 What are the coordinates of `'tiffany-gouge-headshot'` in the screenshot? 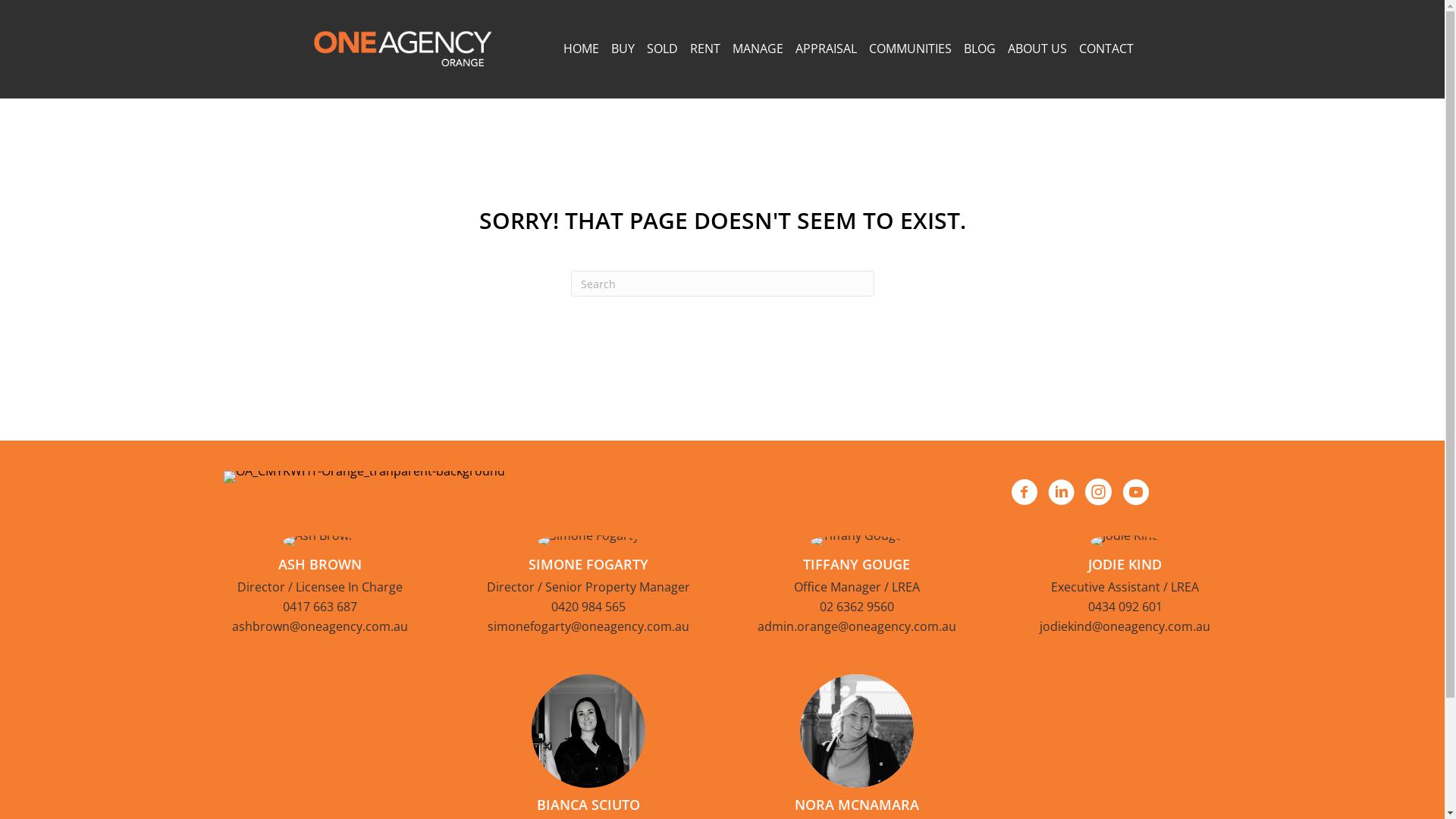 It's located at (810, 540).